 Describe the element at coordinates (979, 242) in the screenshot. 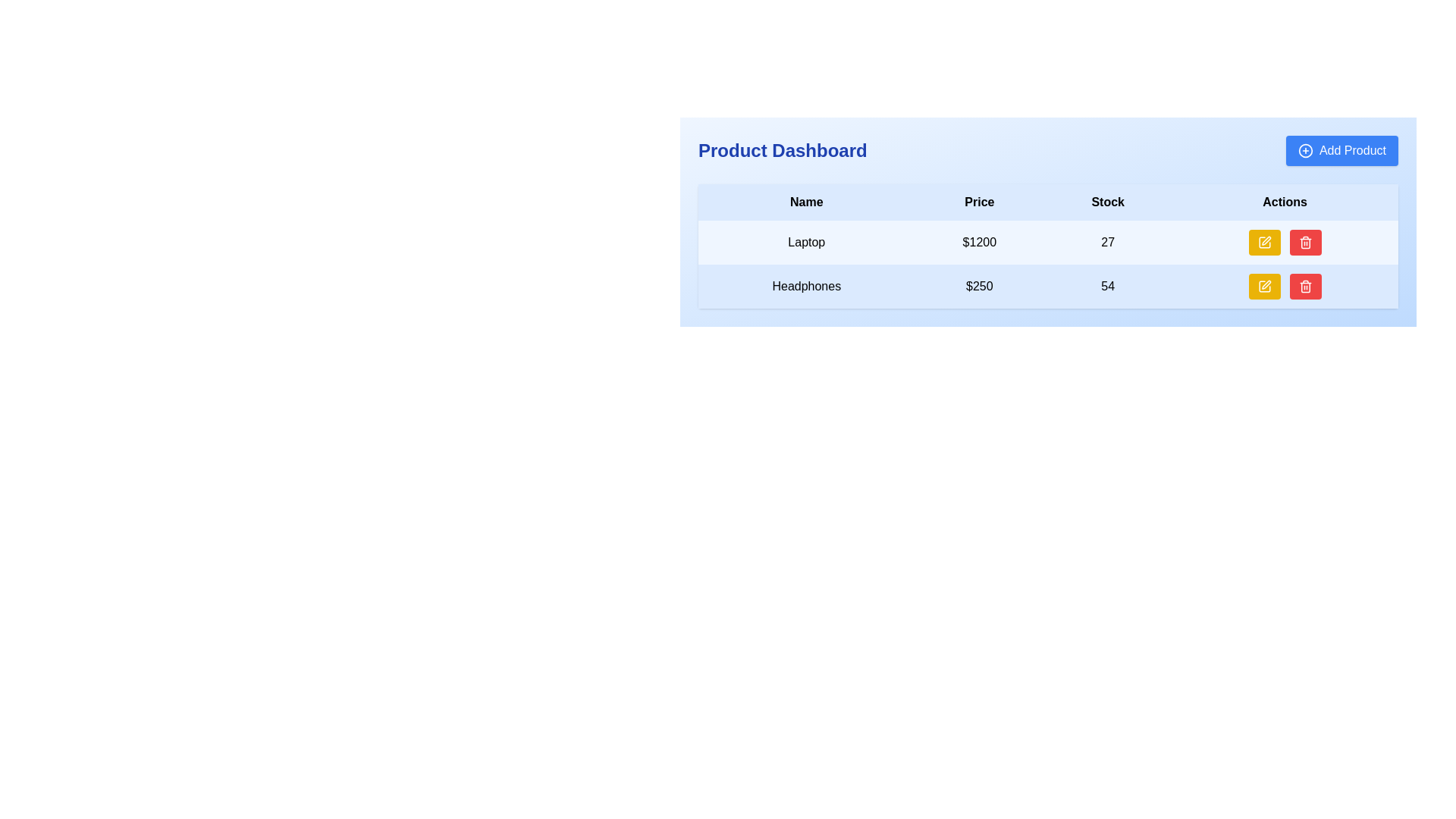

I see `text content displayed in the price column for the product listing, which shows "$1200"` at that location.